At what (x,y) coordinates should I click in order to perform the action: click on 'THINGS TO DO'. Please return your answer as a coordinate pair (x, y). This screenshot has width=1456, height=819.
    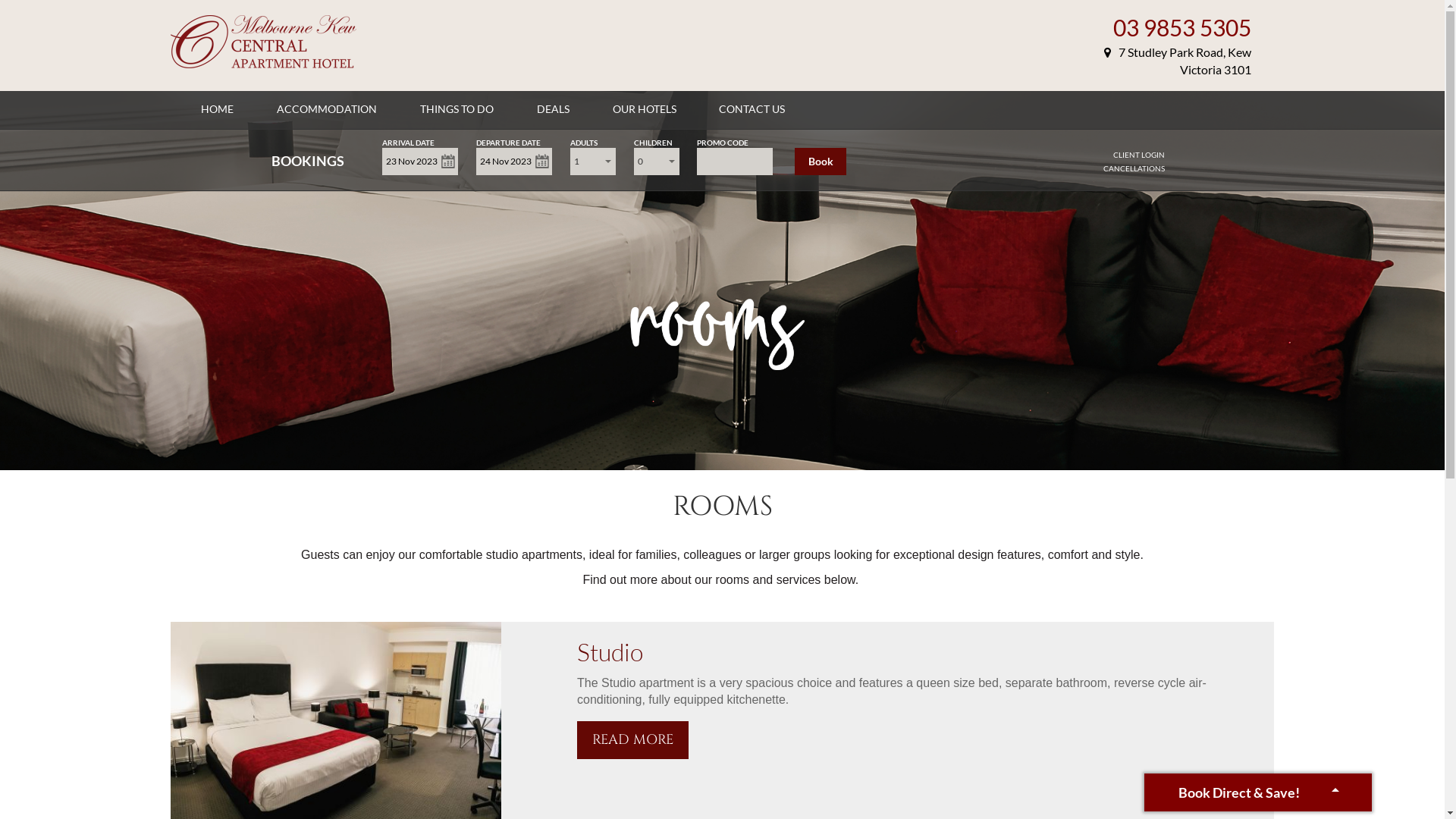
    Looking at the image, I should click on (456, 108).